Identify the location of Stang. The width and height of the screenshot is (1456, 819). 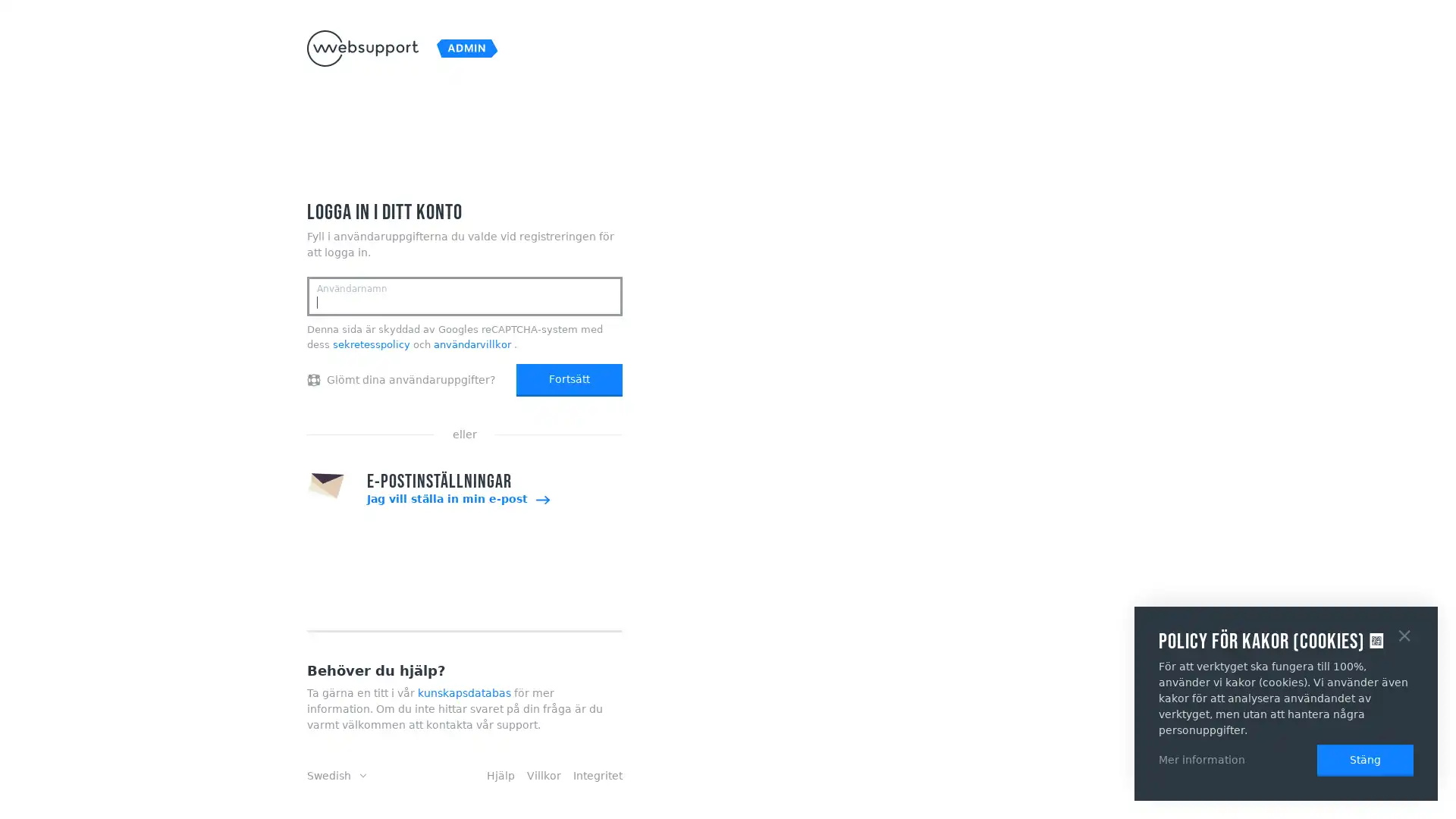
(1404, 634).